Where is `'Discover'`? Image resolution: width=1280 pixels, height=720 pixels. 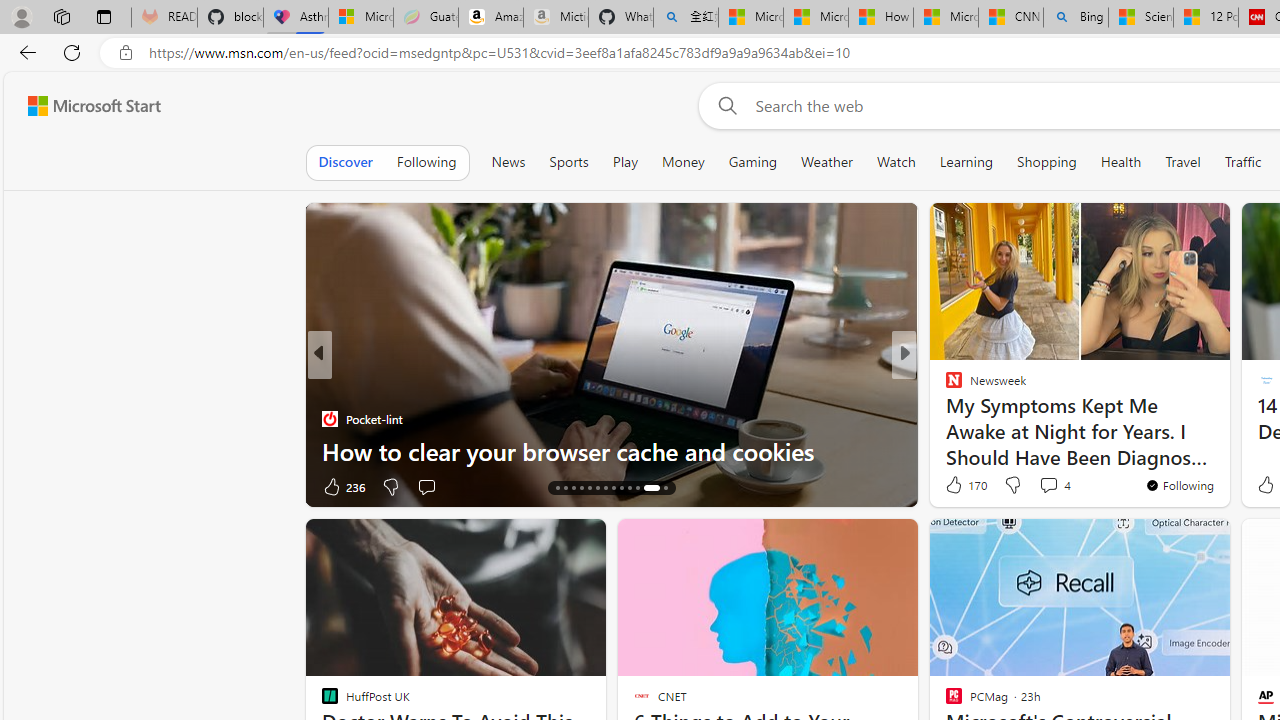 'Discover' is located at coordinates (345, 161).